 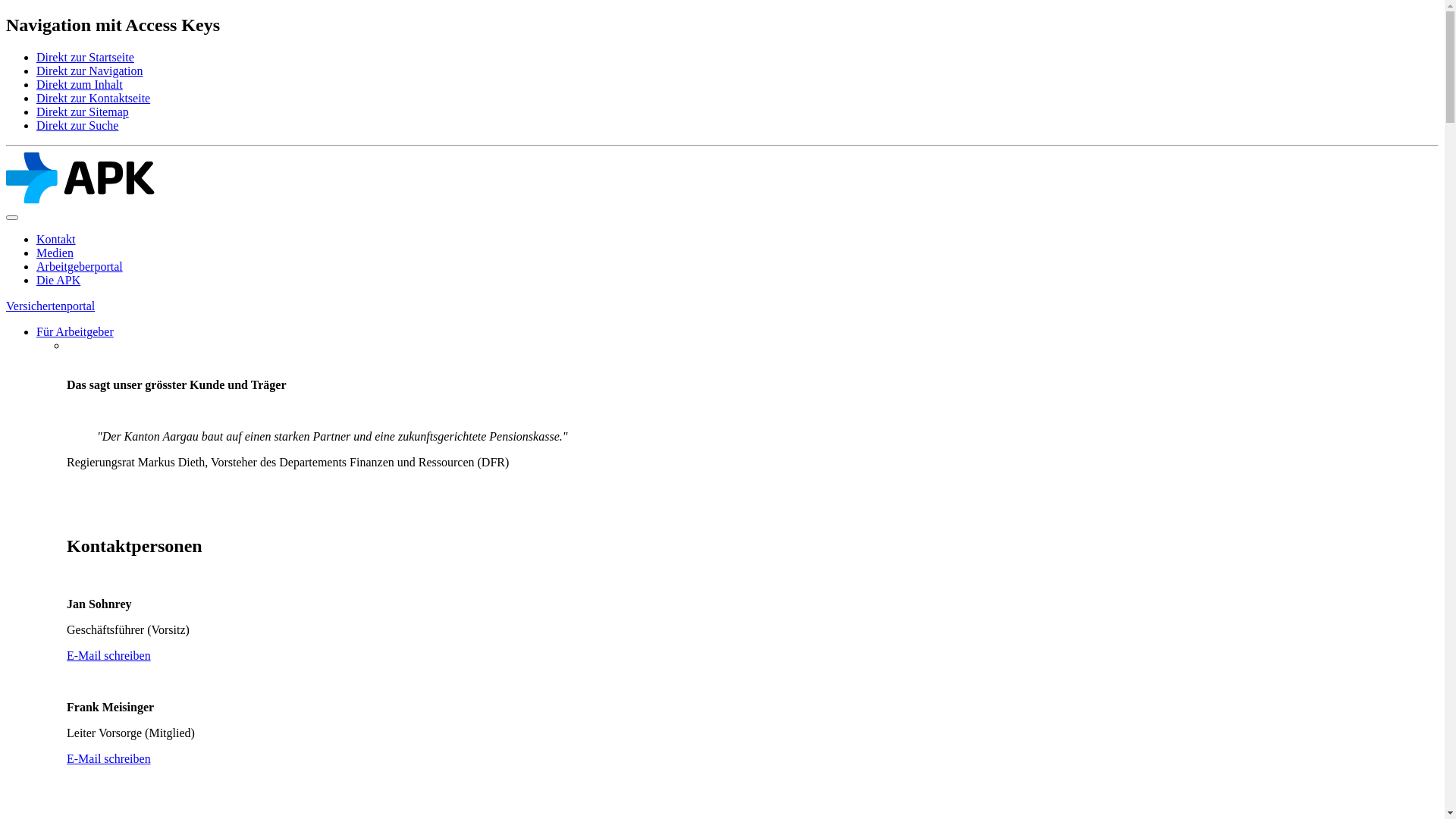 What do you see at coordinates (93, 98) in the screenshot?
I see `'Direkt zur Kontaktseite'` at bounding box center [93, 98].